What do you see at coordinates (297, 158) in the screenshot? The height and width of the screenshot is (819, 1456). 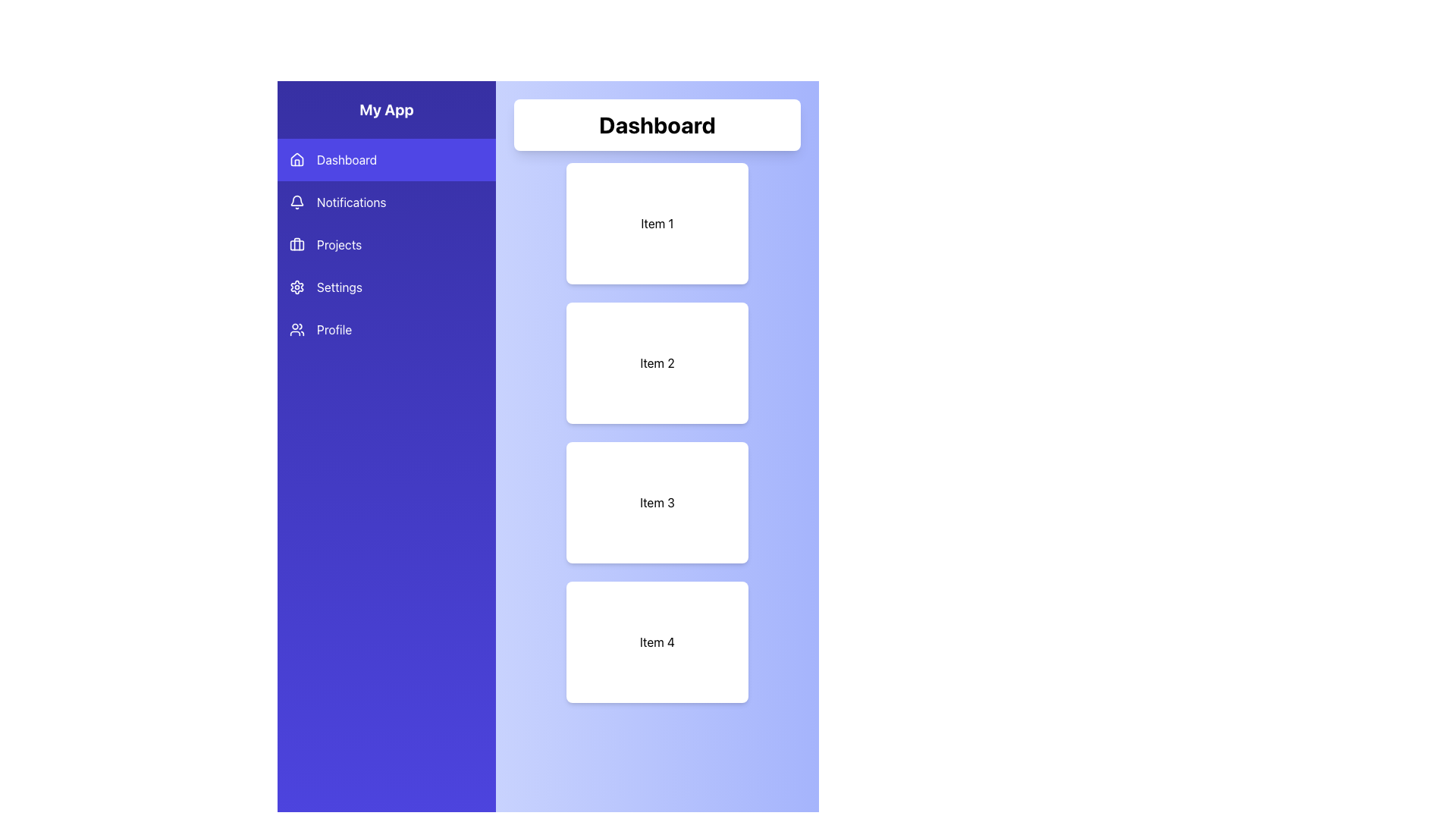 I see `the 'Dashboard' icon located on the left navigation bar, positioned next to the 'Dashboard' label` at bounding box center [297, 158].